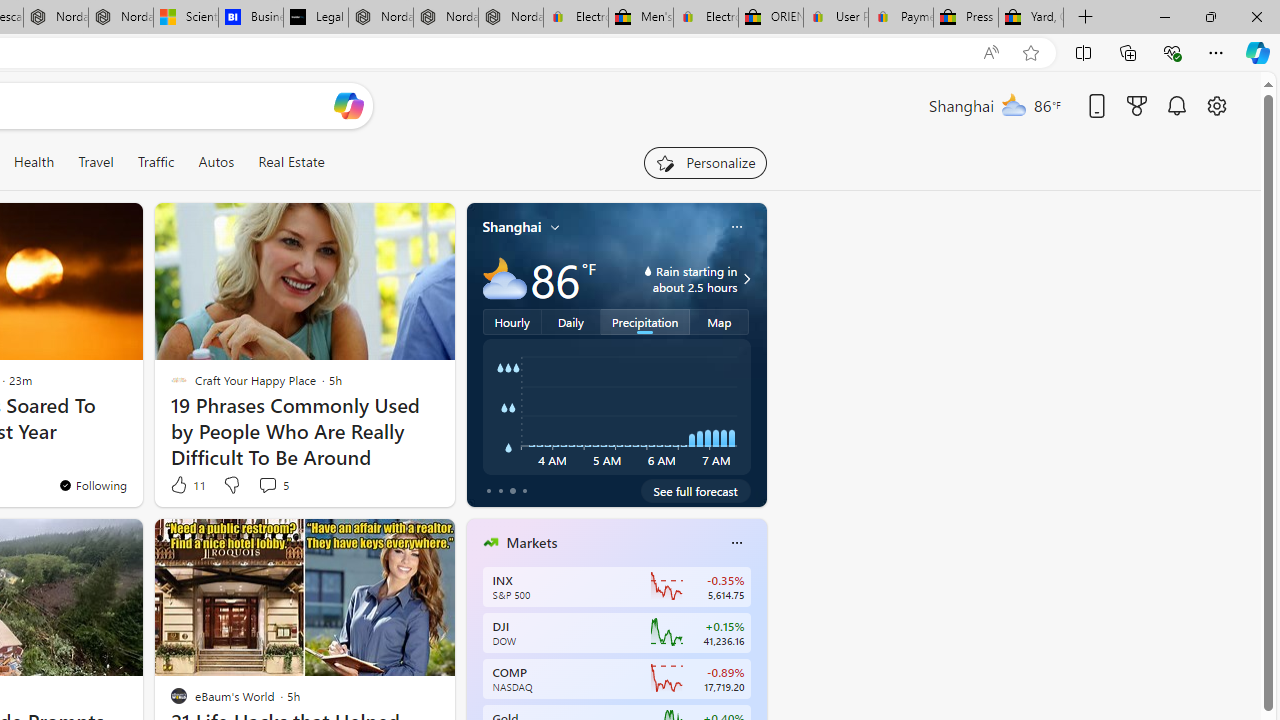 This screenshot has height=720, width=1280. Describe the element at coordinates (1137, 105) in the screenshot. I see `'Microsoft rewards'` at that location.